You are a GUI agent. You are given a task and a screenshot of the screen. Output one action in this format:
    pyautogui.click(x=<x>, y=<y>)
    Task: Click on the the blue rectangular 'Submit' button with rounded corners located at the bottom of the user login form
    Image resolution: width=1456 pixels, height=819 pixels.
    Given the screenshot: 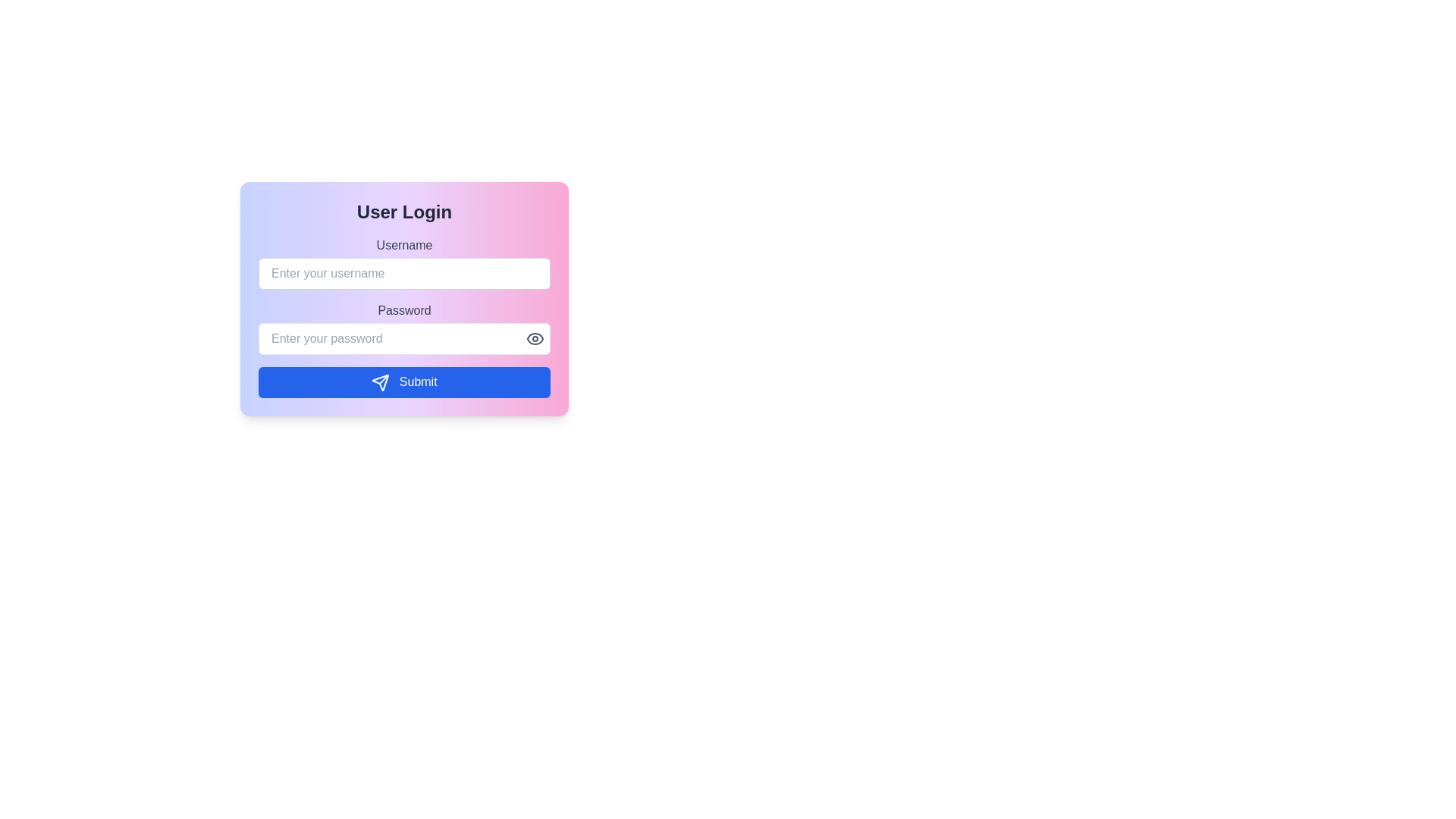 What is the action you would take?
    pyautogui.click(x=404, y=381)
    